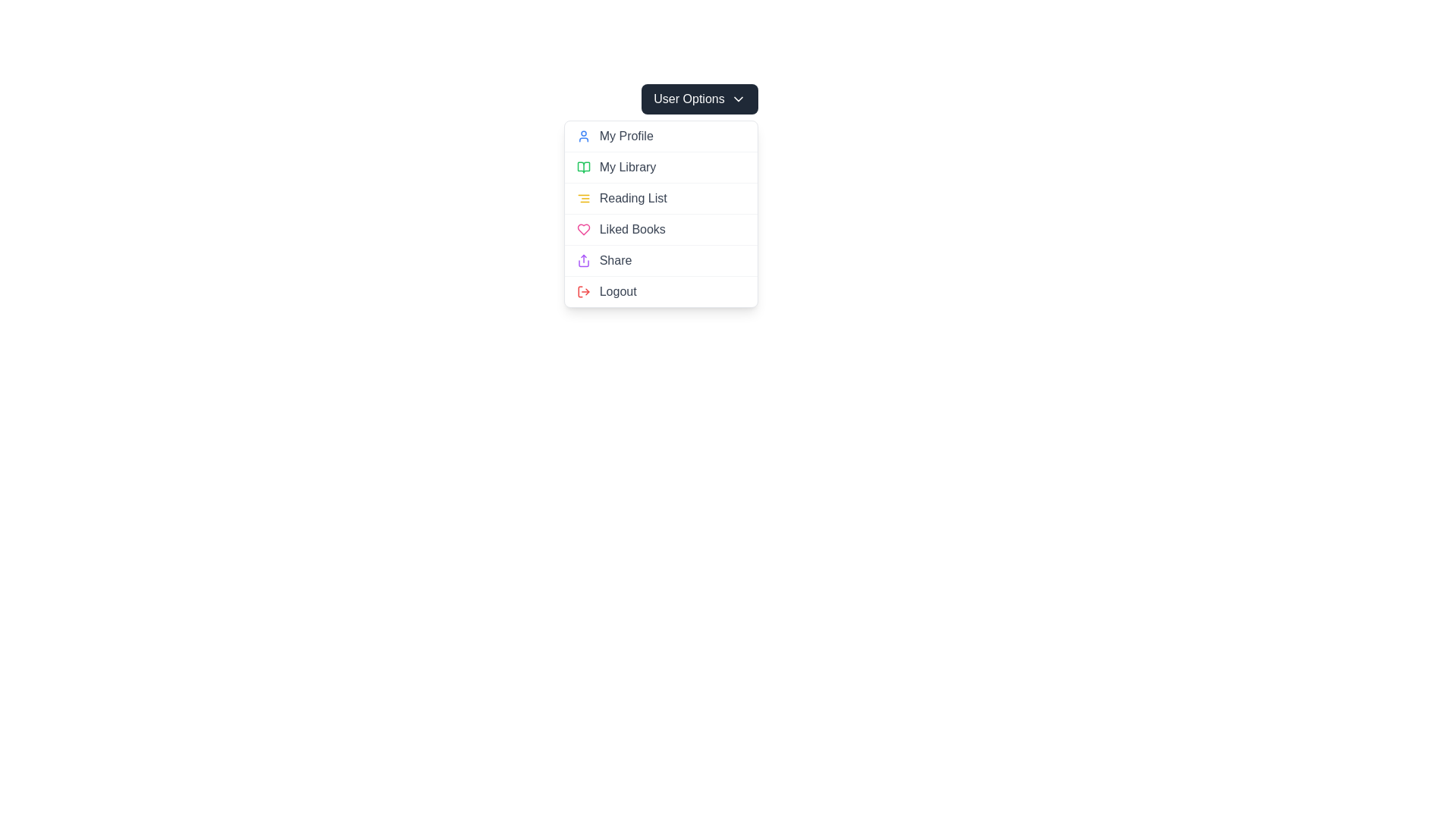 The width and height of the screenshot is (1456, 819). I want to click on the 'Liked Books' interactive menu item, which features a pink heart-shaped icon and is the third item in the dropdown menu, so click(661, 230).